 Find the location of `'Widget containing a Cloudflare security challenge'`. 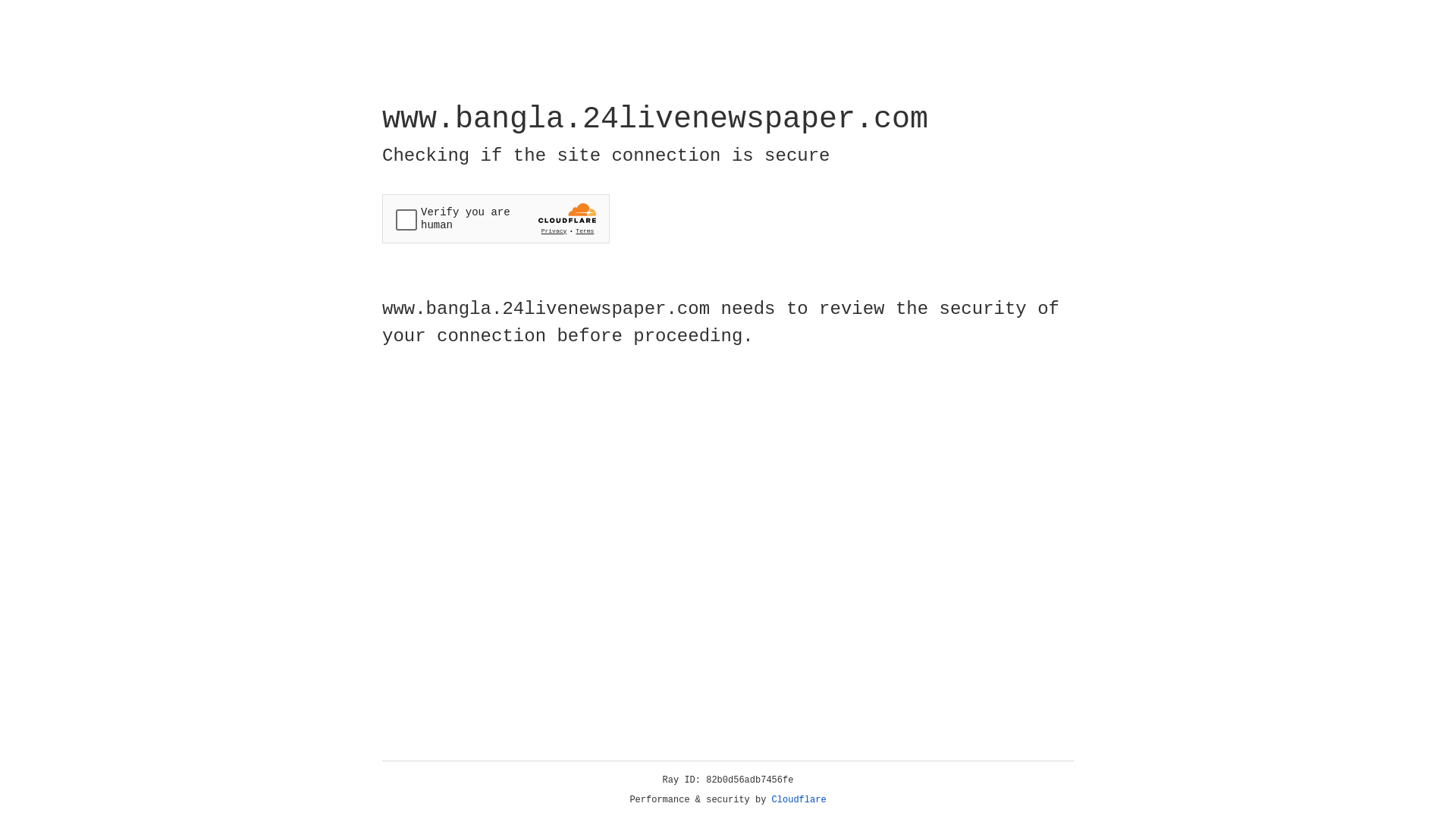

'Widget containing a Cloudflare security challenge' is located at coordinates (495, 218).